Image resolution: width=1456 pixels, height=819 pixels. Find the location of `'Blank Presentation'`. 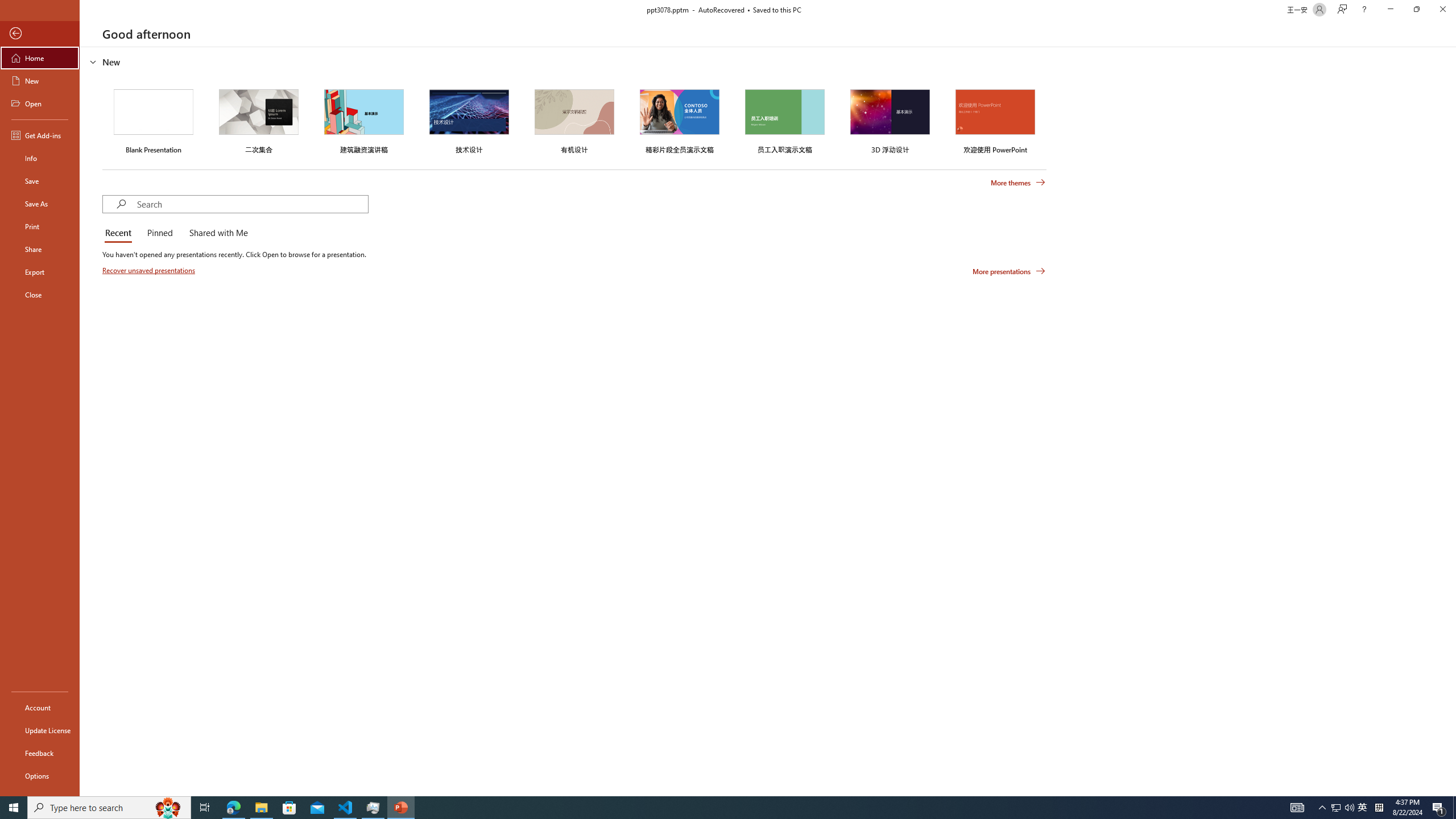

'Blank Presentation' is located at coordinates (153, 119).